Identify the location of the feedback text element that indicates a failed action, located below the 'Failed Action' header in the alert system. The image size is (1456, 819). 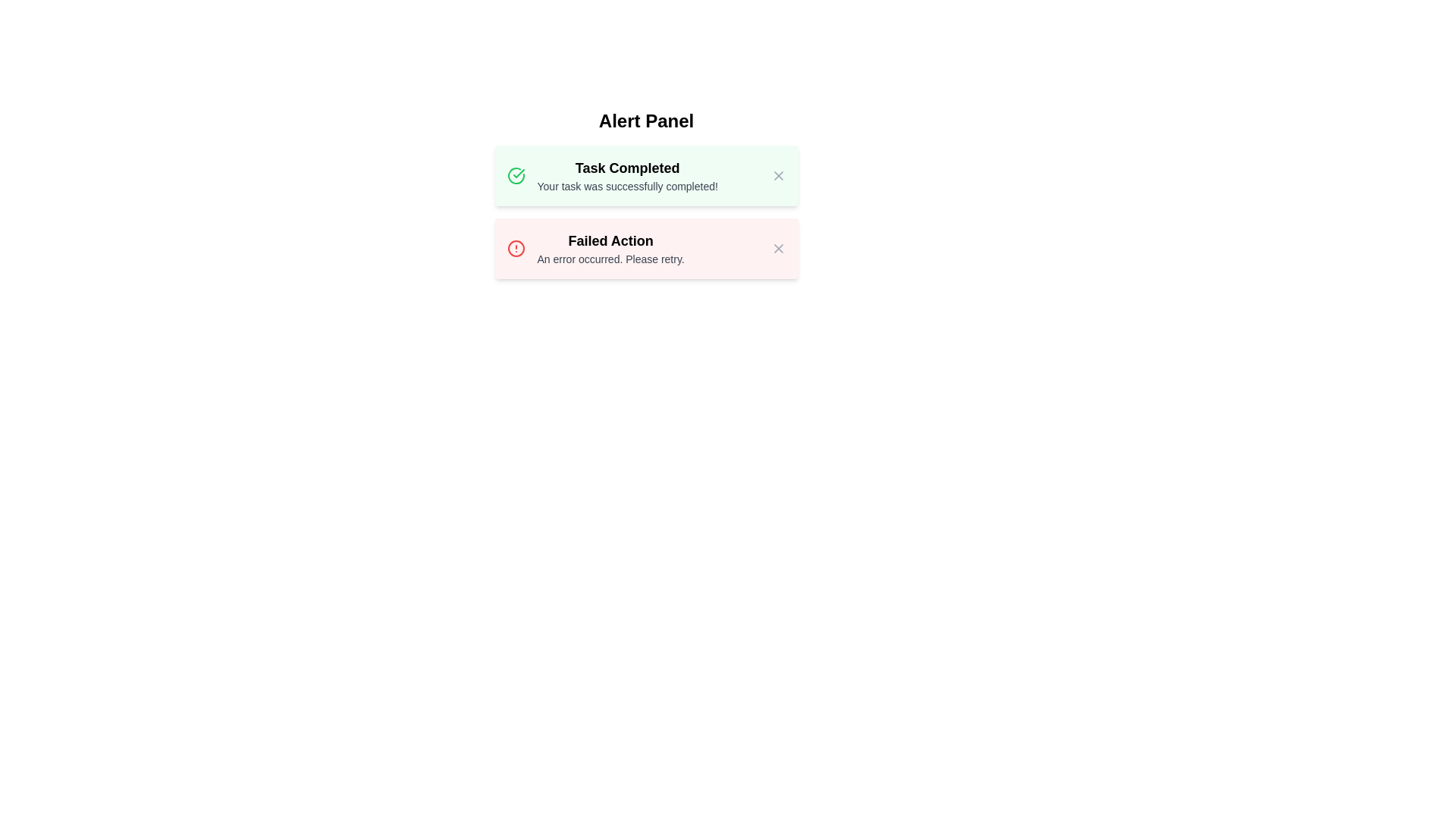
(610, 259).